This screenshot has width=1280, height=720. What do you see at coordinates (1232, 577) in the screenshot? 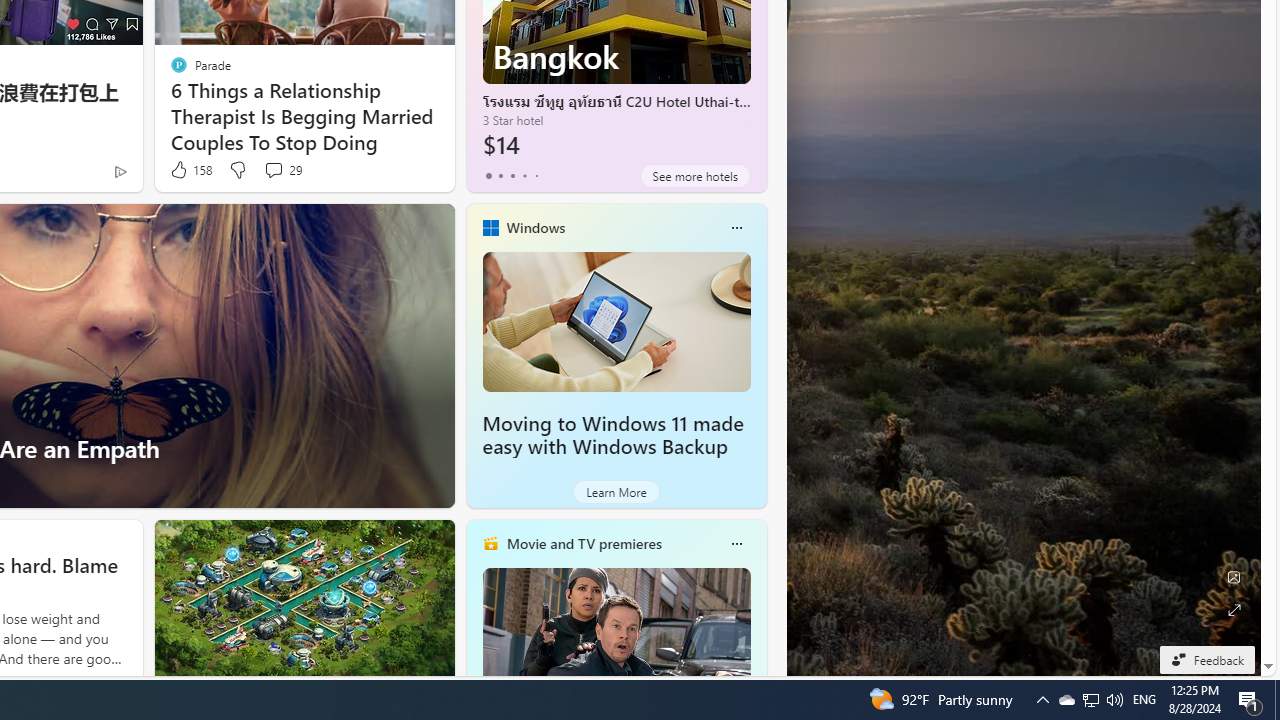
I see `'Edit Background'` at bounding box center [1232, 577].